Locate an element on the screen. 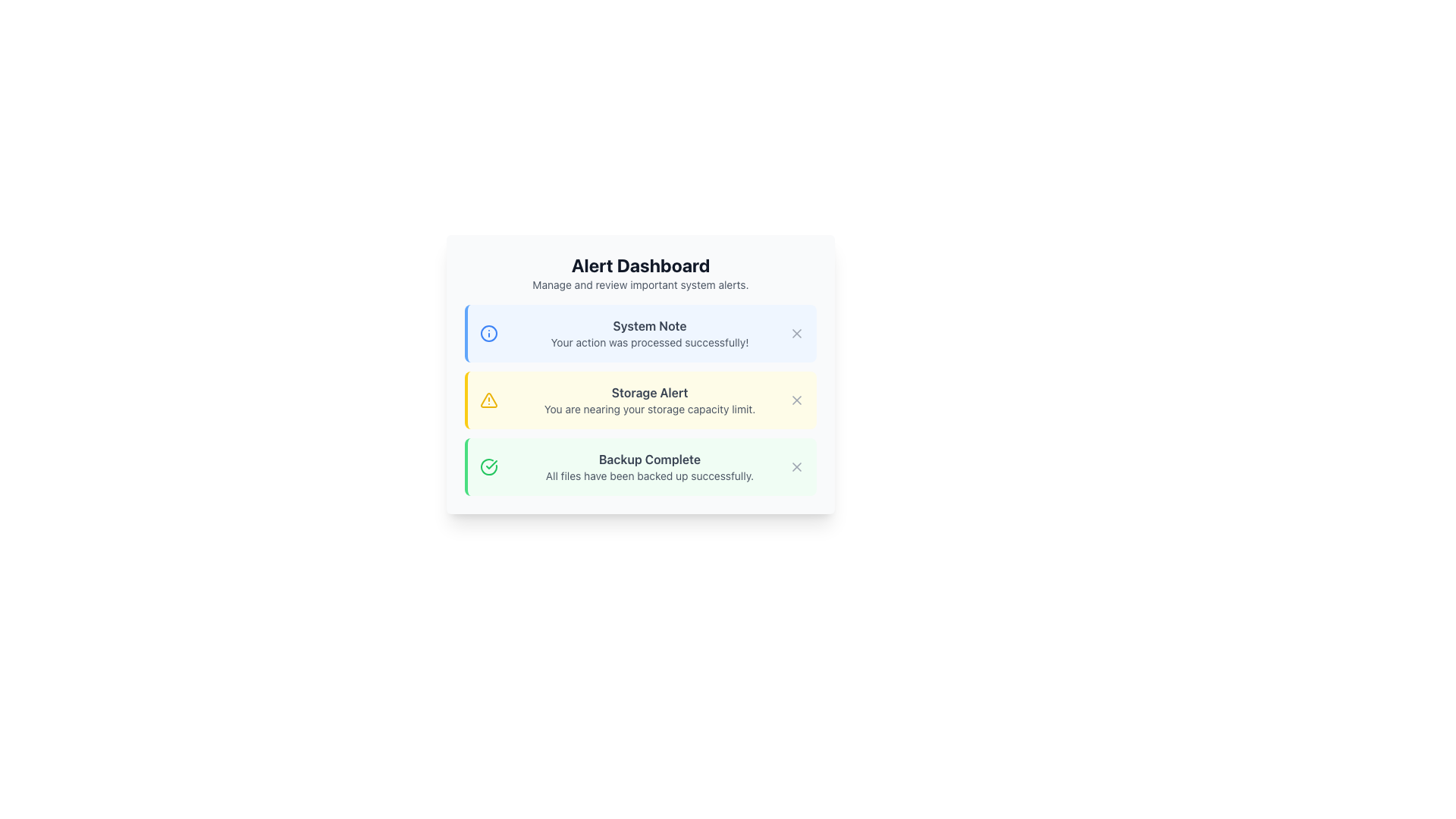 This screenshot has width=1456, height=819. the text label that serves as a title for the notification indicating successful completion of a backup process, located at the bottom of the green-styled notification section is located at coordinates (650, 458).